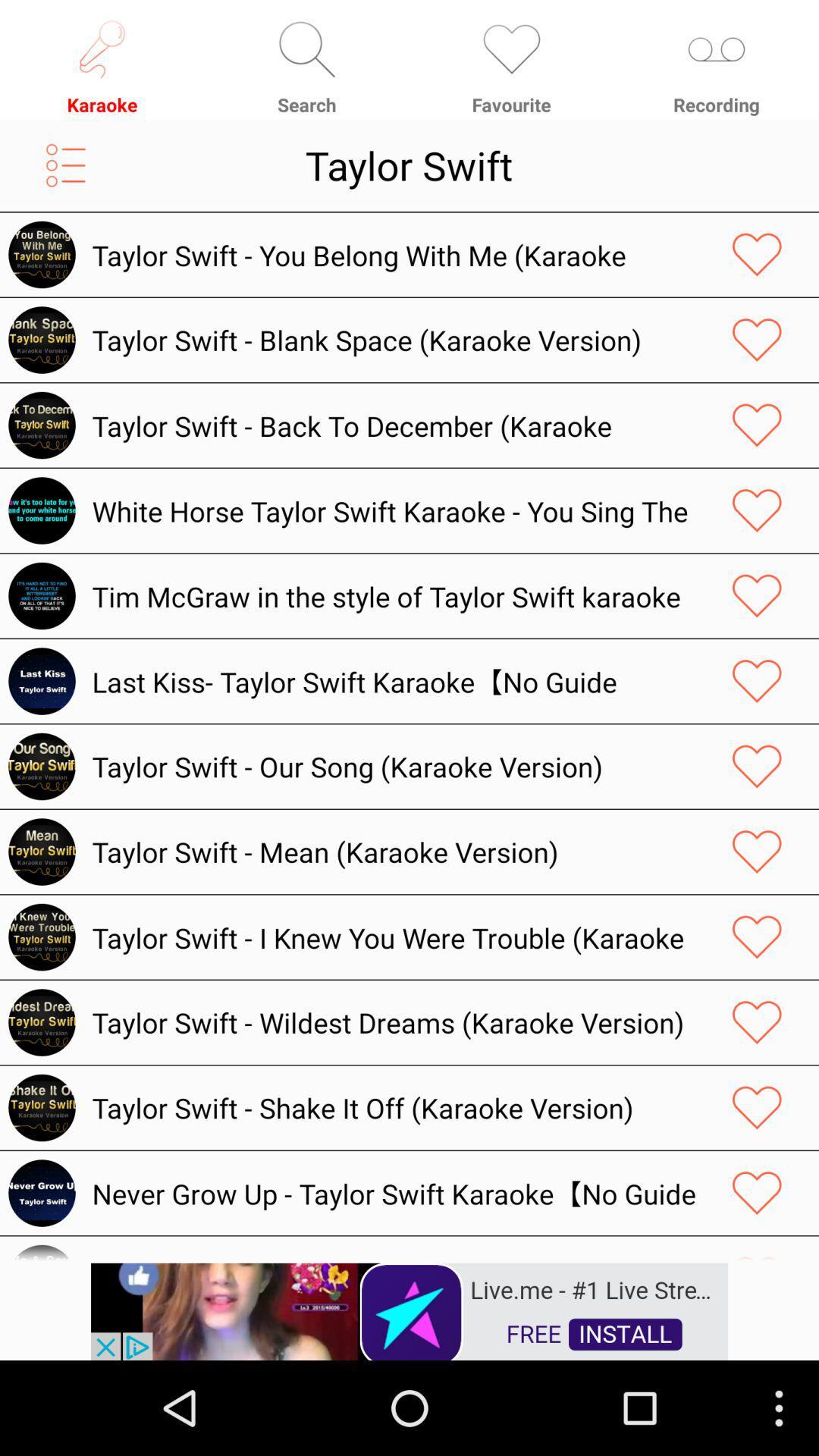  I want to click on the list icon, so click(65, 177).